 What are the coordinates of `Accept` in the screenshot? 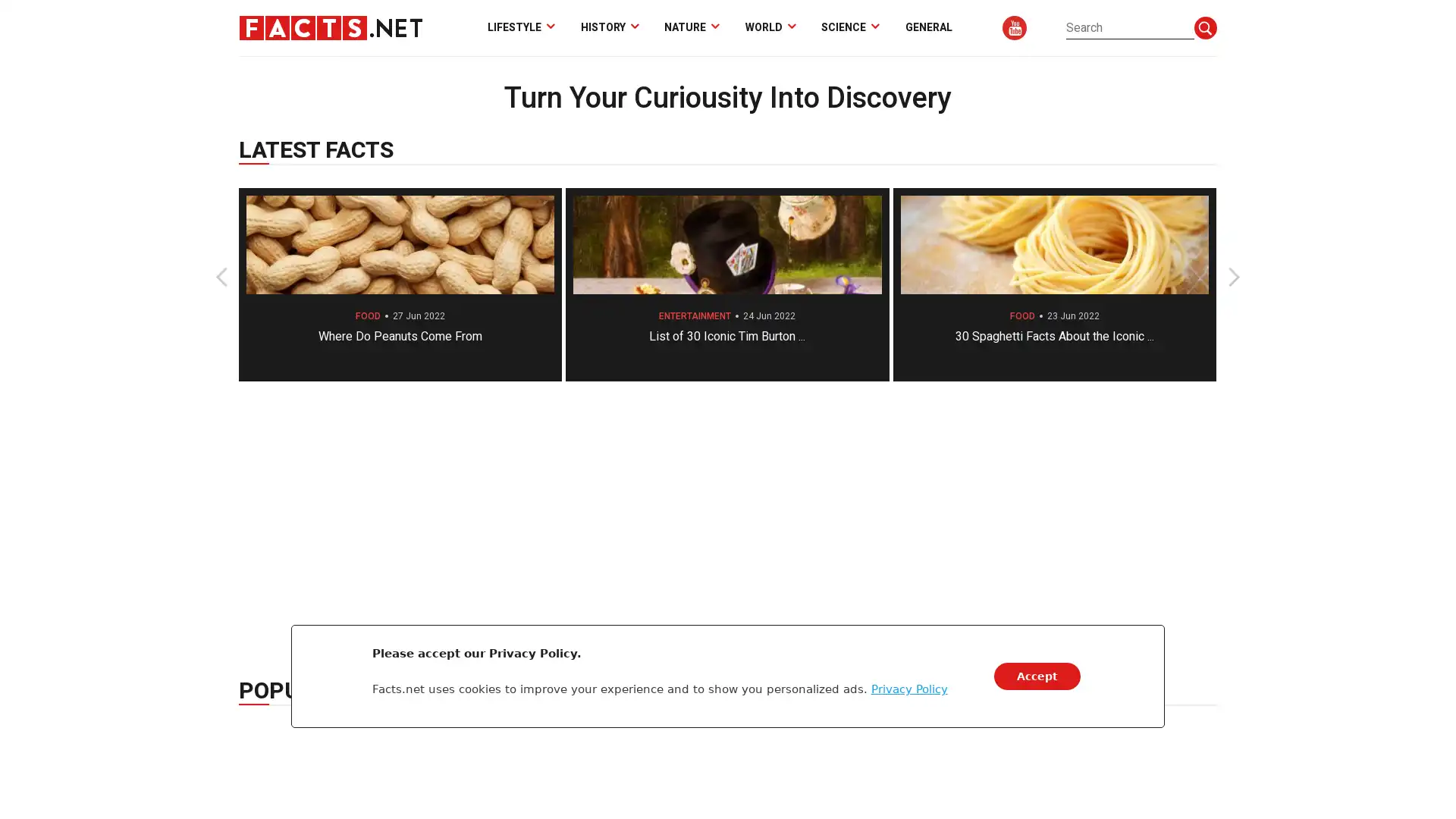 It's located at (997, 675).